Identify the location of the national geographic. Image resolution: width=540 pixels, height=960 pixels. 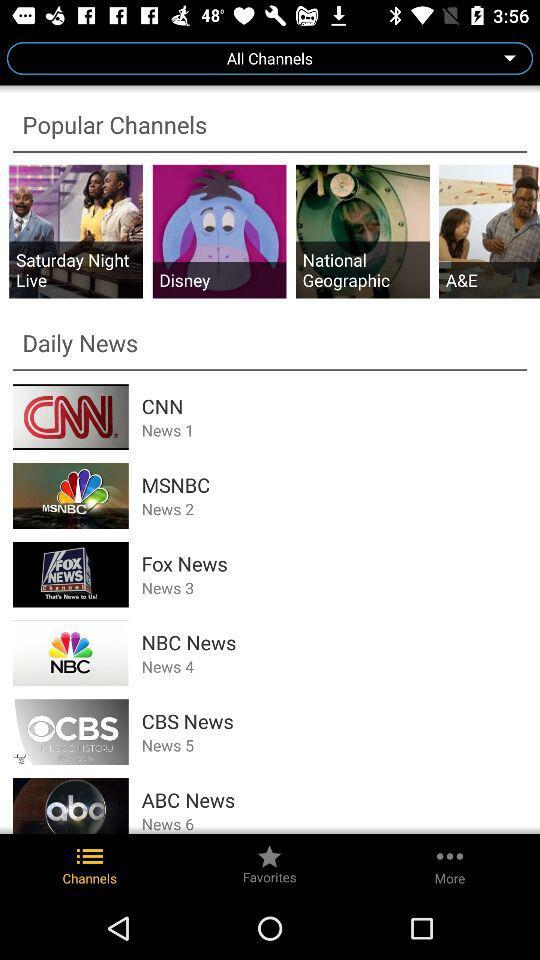
(361, 268).